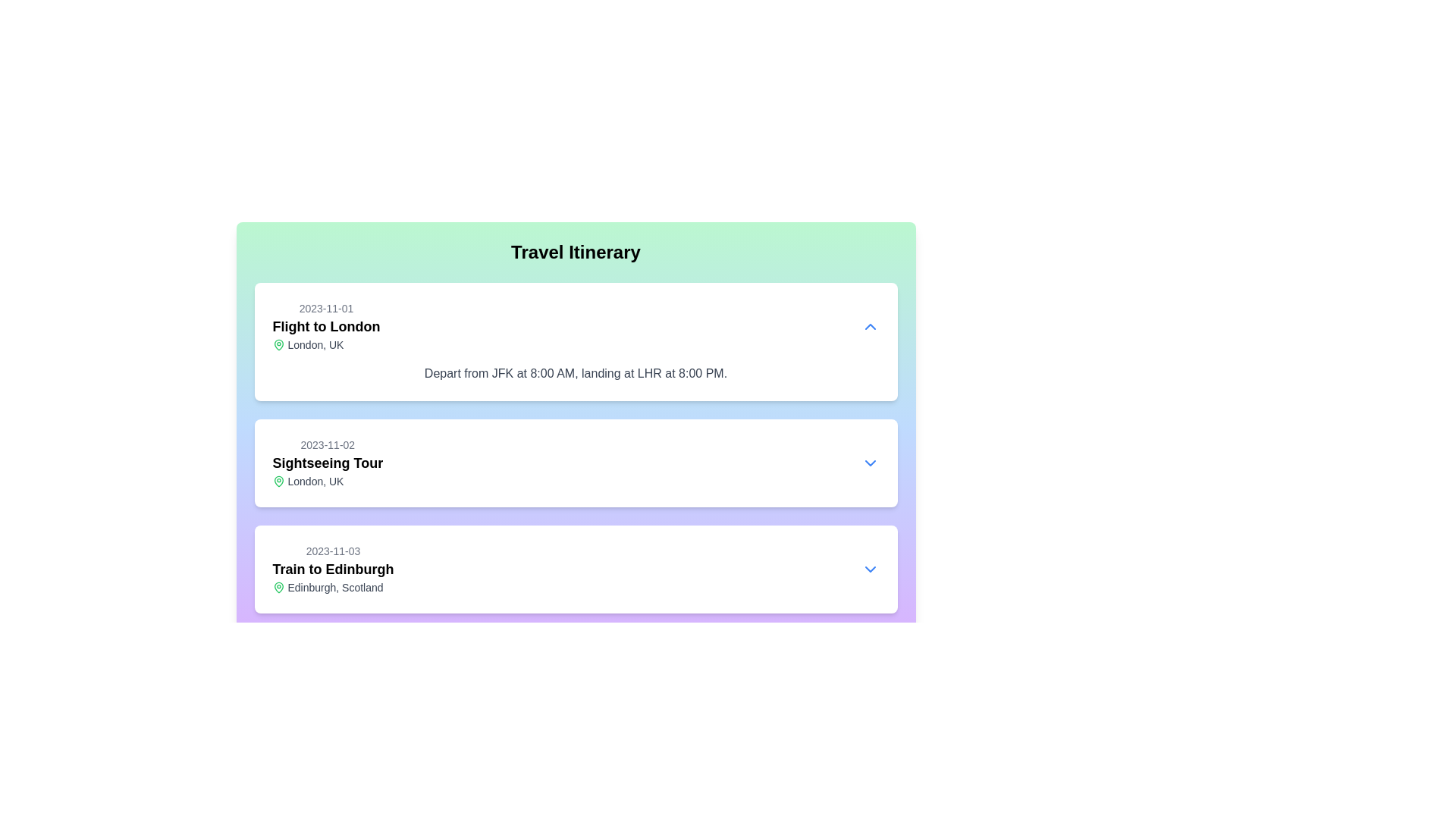 The image size is (1456, 819). I want to click on text label indicating the date relevant to the event, which is positioned above the 'Flight to London' title and to the left of the 'London, UK' label, so click(325, 308).